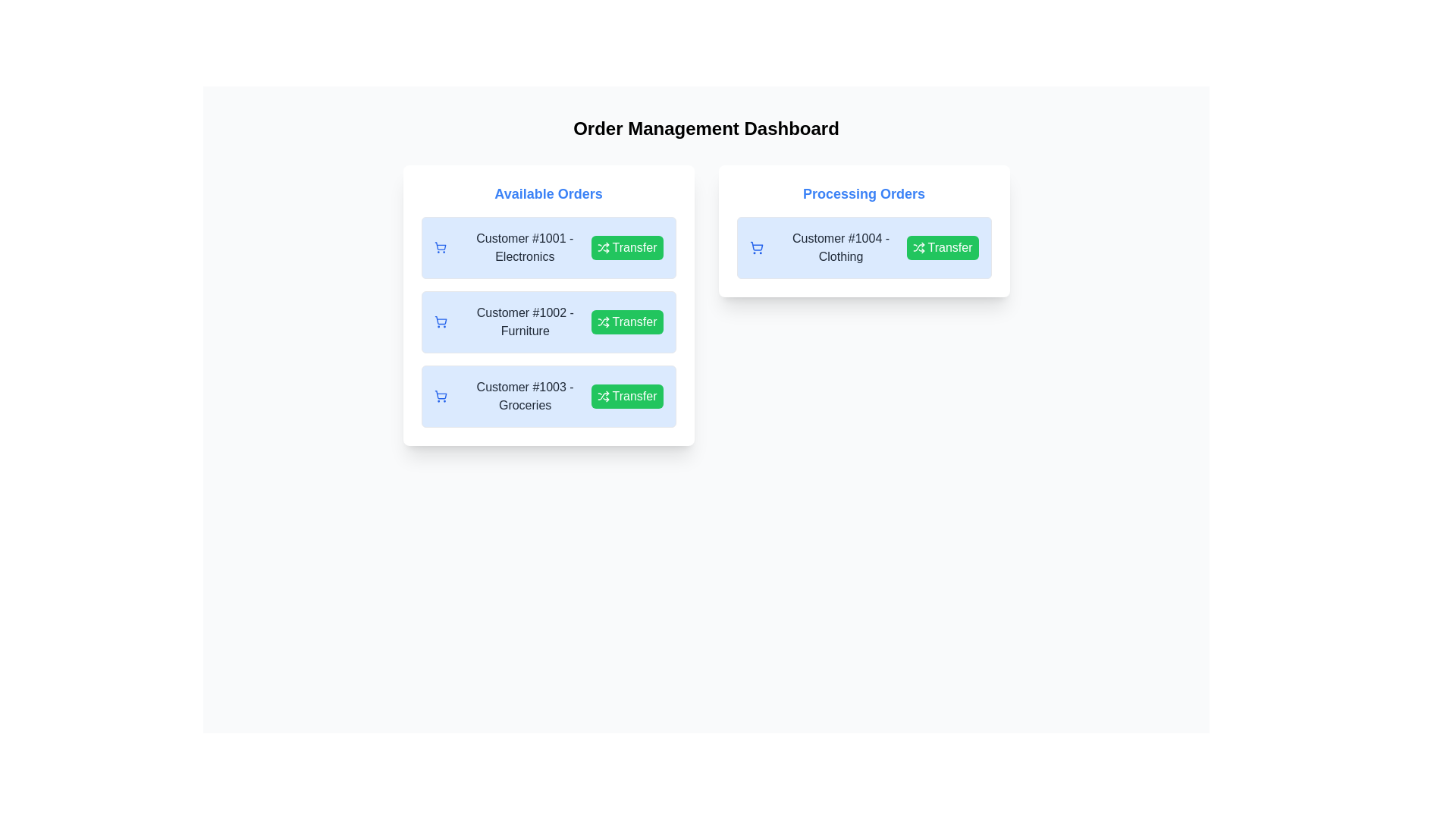 This screenshot has height=819, width=1456. Describe the element at coordinates (439, 247) in the screenshot. I see `the shopping cart icon that represents the product-related order in the 'Available Orders' section, located to the left of the text 'Customer #1001 - Electronics'` at that location.